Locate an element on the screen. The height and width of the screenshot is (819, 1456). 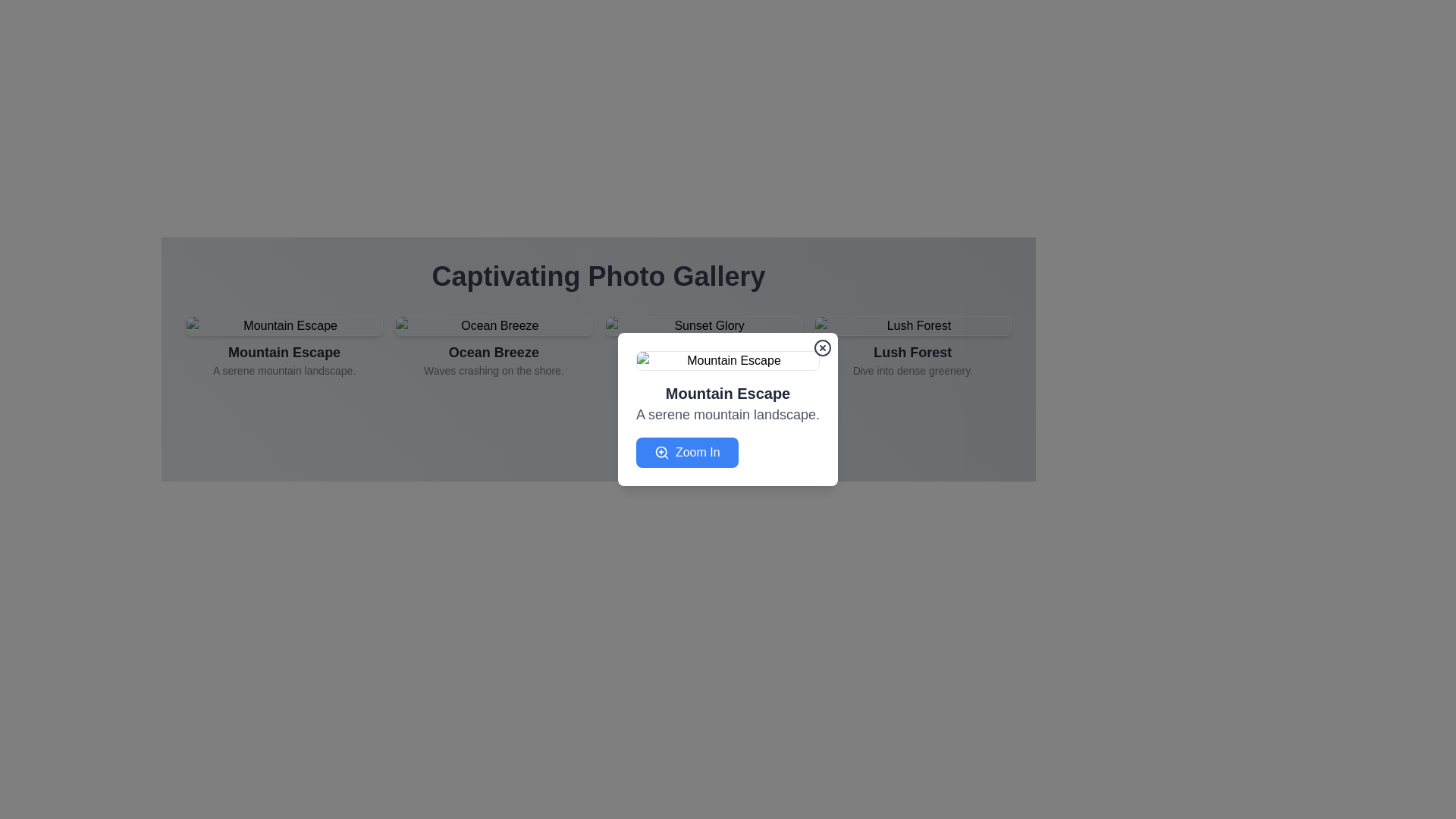
the large, bold heading text 'Captivating Photo Gallery' is located at coordinates (598, 277).